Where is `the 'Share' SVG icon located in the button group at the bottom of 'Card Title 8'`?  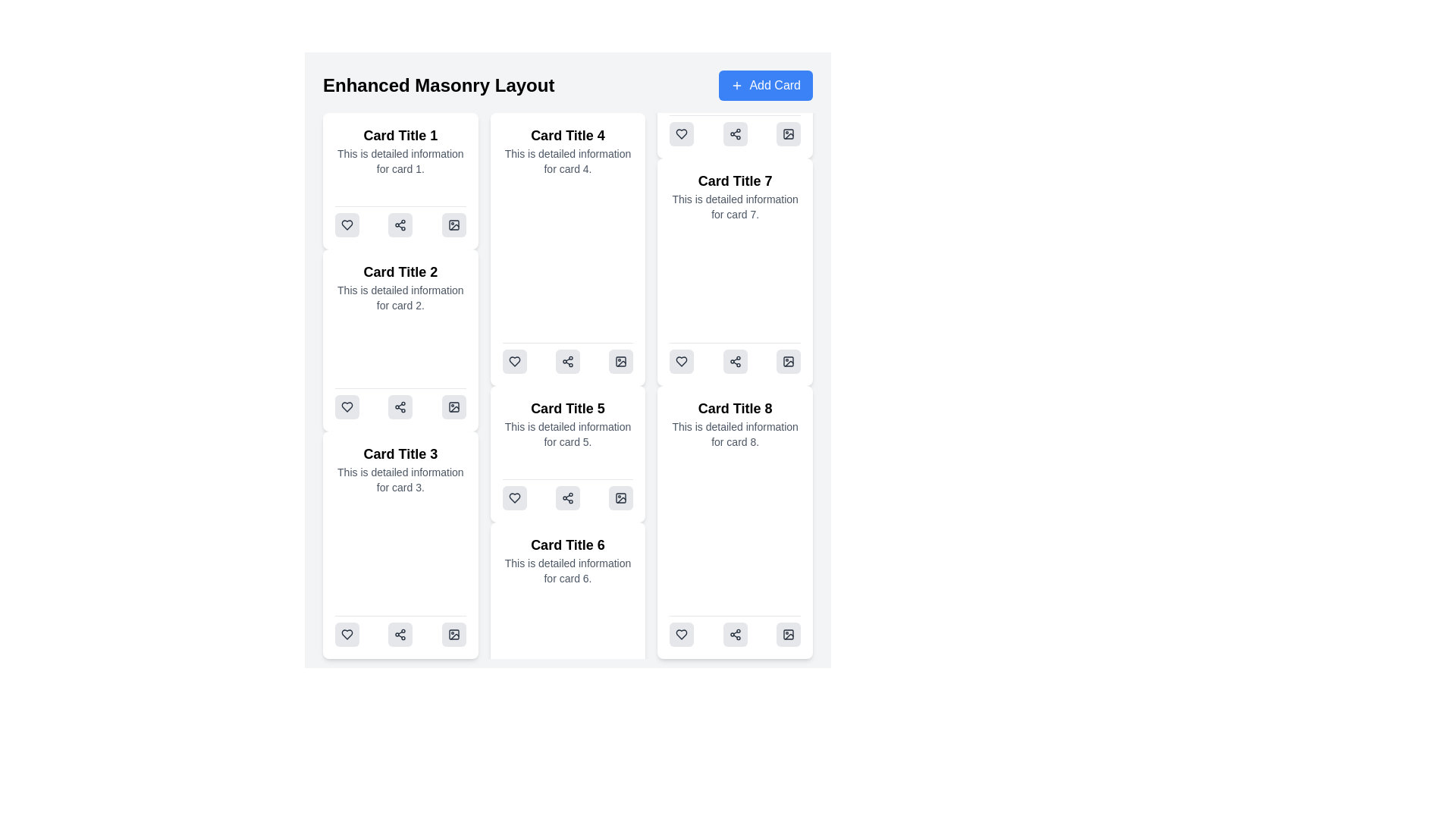 the 'Share' SVG icon located in the button group at the bottom of 'Card Title 8' is located at coordinates (735, 362).